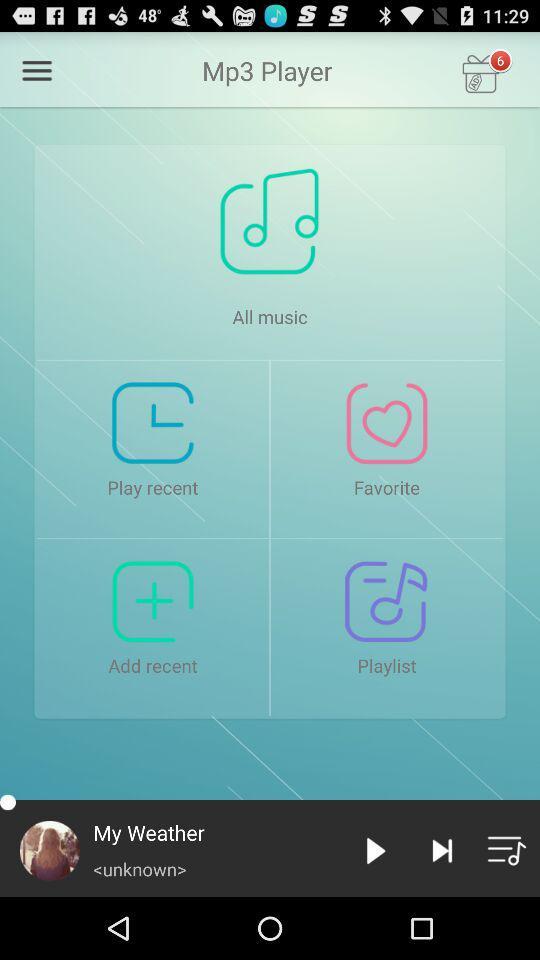 The image size is (540, 960). What do you see at coordinates (507, 910) in the screenshot?
I see `the playlist icon` at bounding box center [507, 910].